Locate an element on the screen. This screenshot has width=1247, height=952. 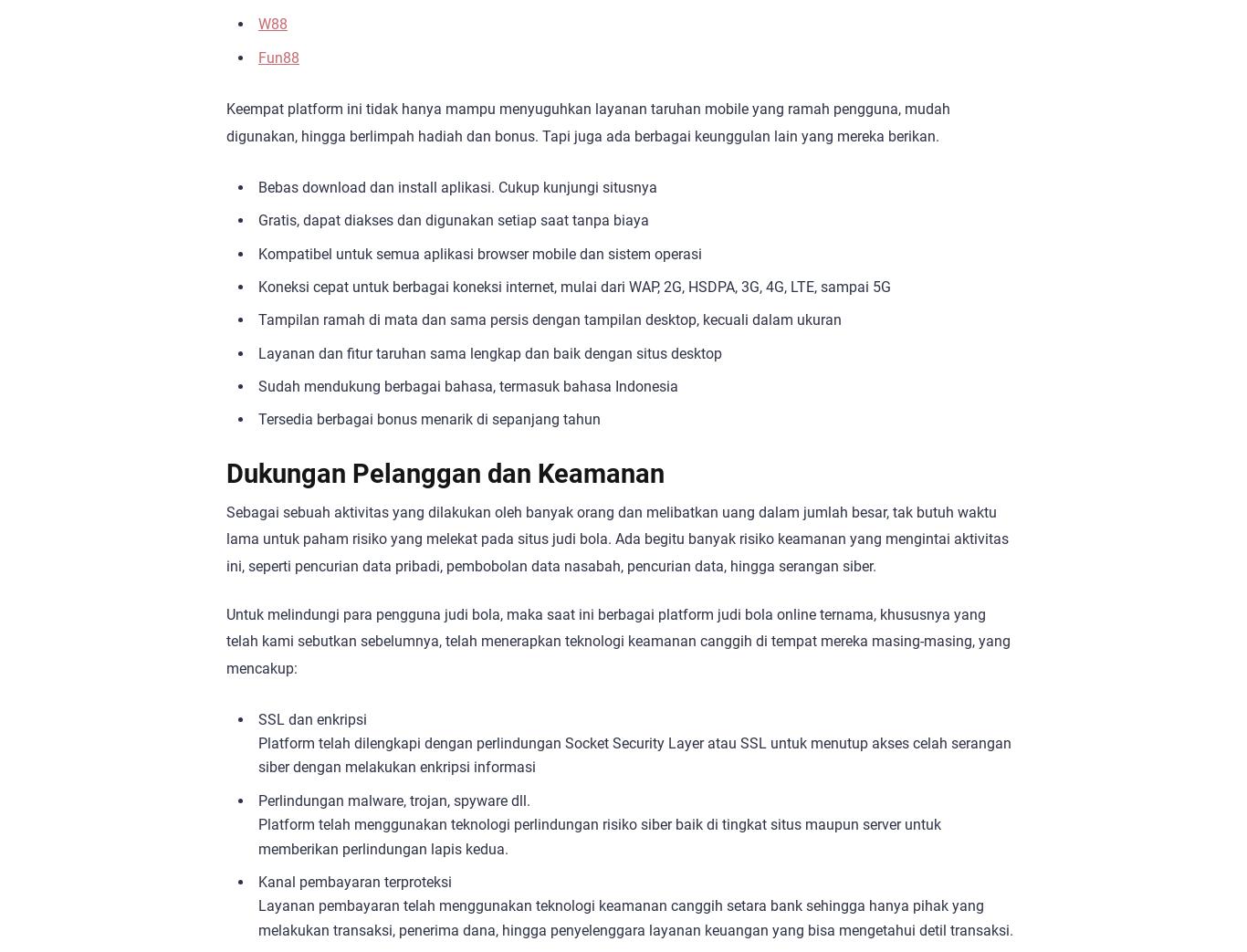
'Layanan pembayaran telah menggunakan teknologi keamanan canggih setara bank sehingga hanya pihak yang melakukan transaksi, penerima dana, hingga penyelenggara layanan keuangan yang bisa mengetahui detil transaksi.' is located at coordinates (635, 917).